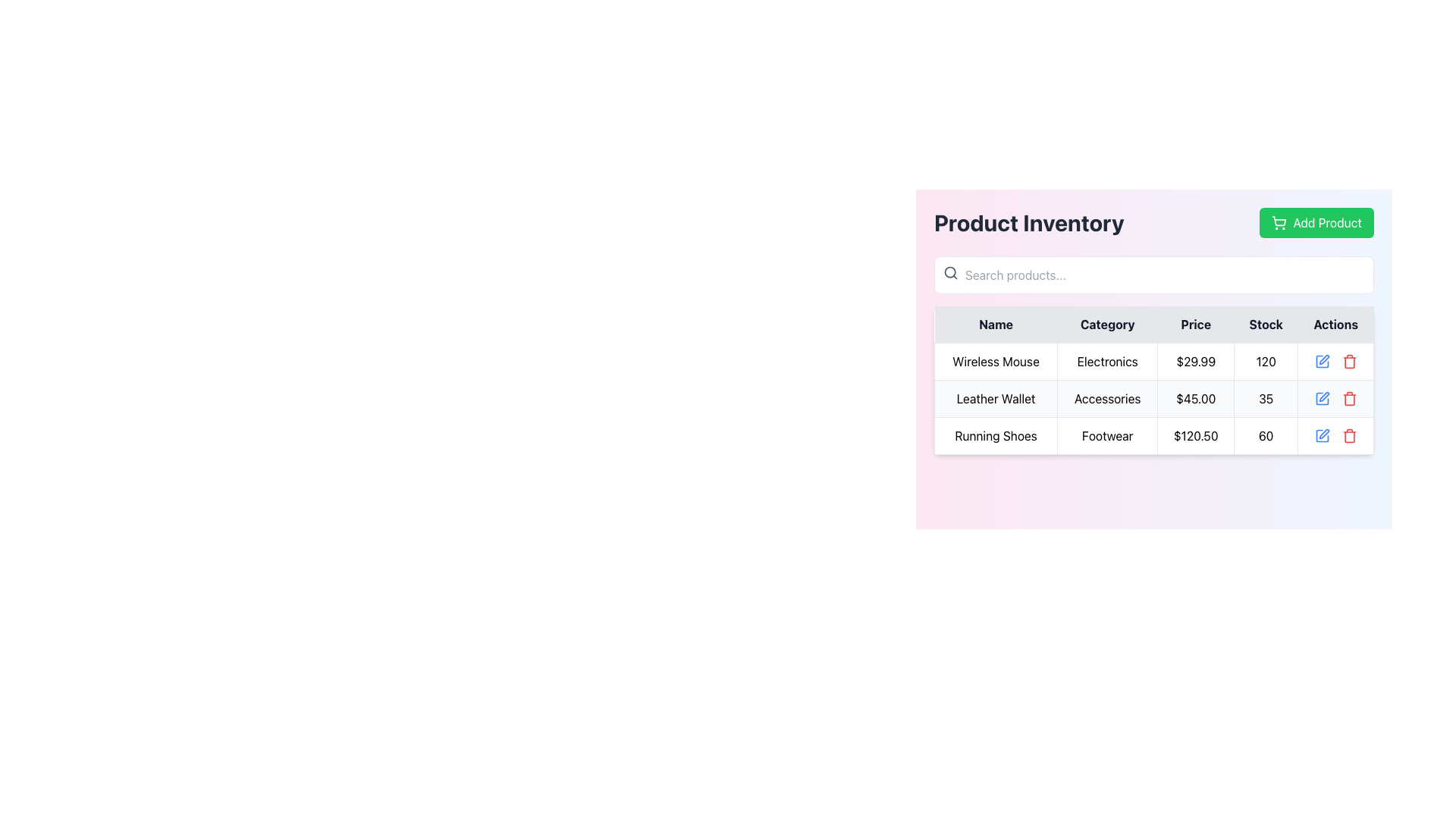  I want to click on the small blue pencil icon in the 'Actions' column aligned with the 'Wireless Mouse' row to initiate edit mode, so click(1321, 362).